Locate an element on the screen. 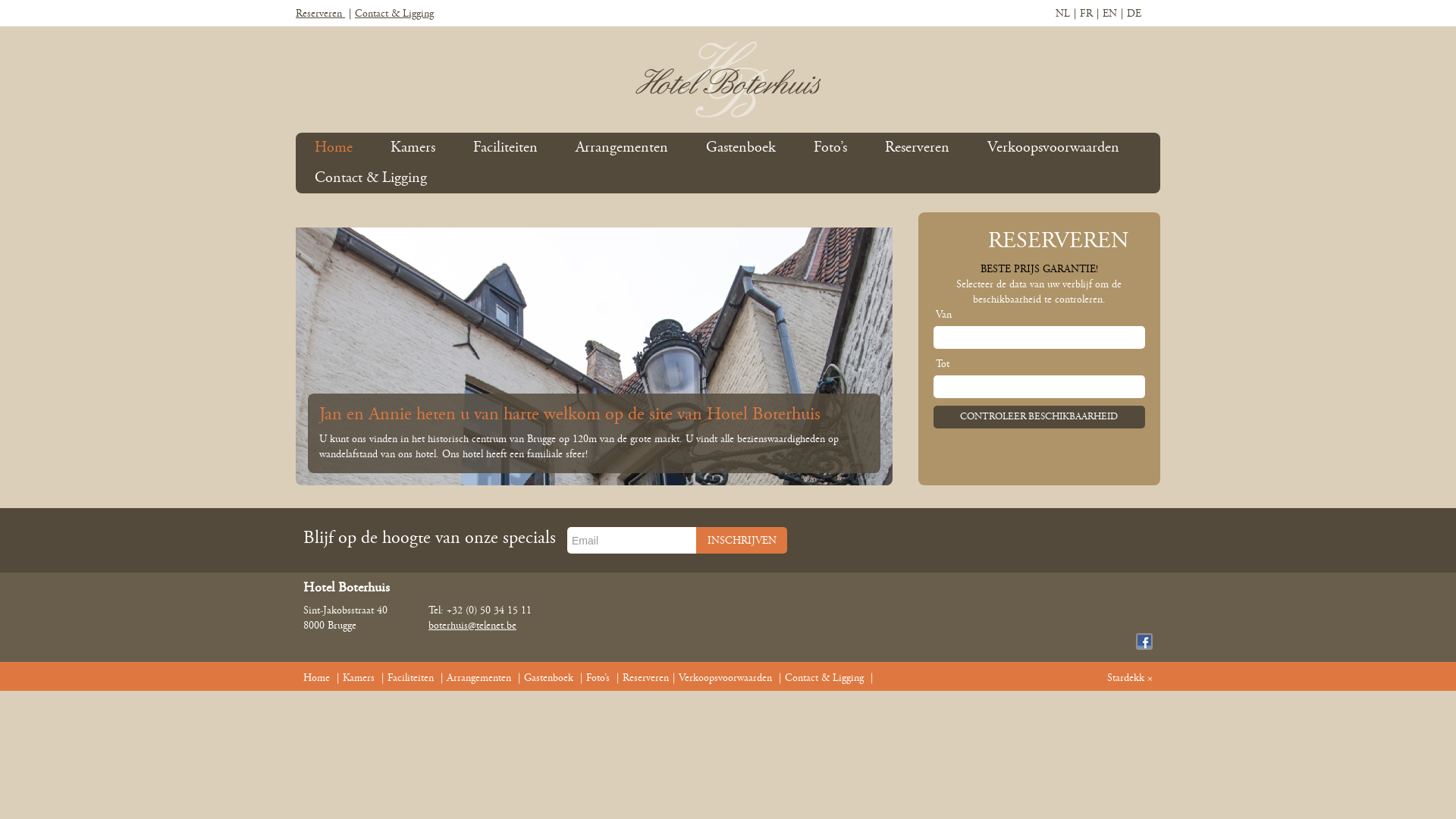  'Kamers' is located at coordinates (413, 148).